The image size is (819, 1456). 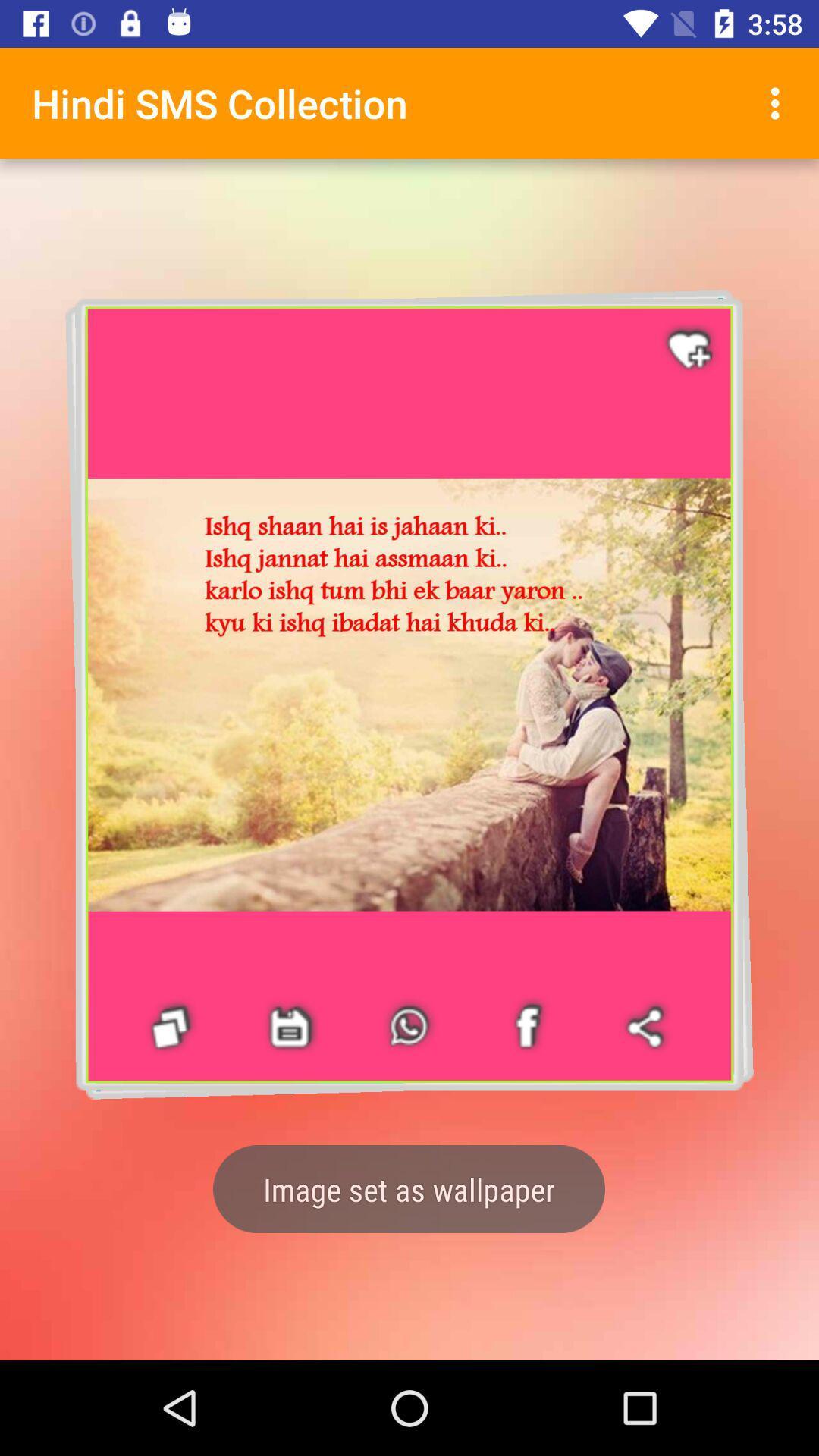 What do you see at coordinates (647, 1027) in the screenshot?
I see `the share icon` at bounding box center [647, 1027].